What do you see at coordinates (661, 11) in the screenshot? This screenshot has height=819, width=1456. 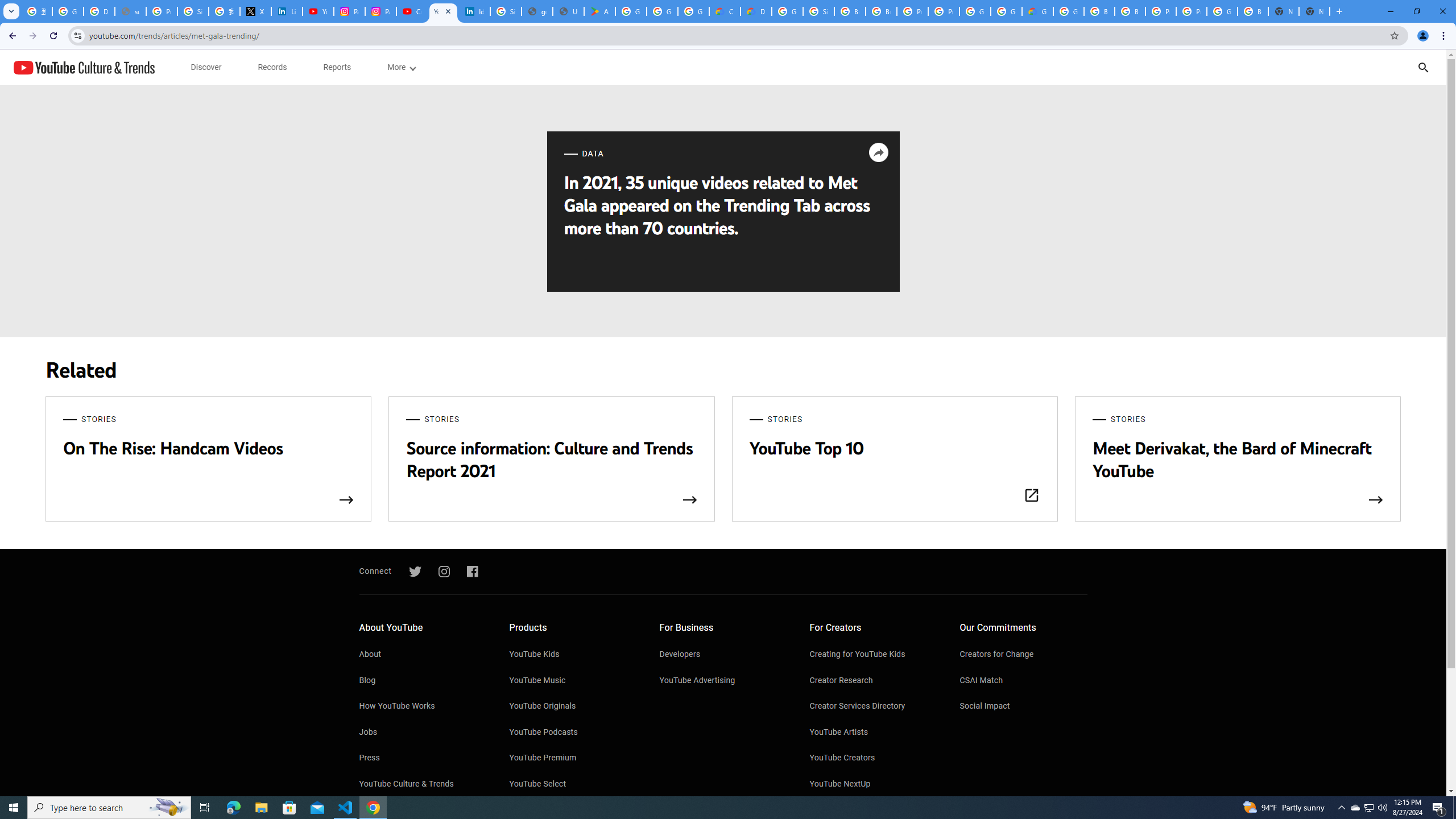 I see `'Google Workspace - Specific Terms'` at bounding box center [661, 11].